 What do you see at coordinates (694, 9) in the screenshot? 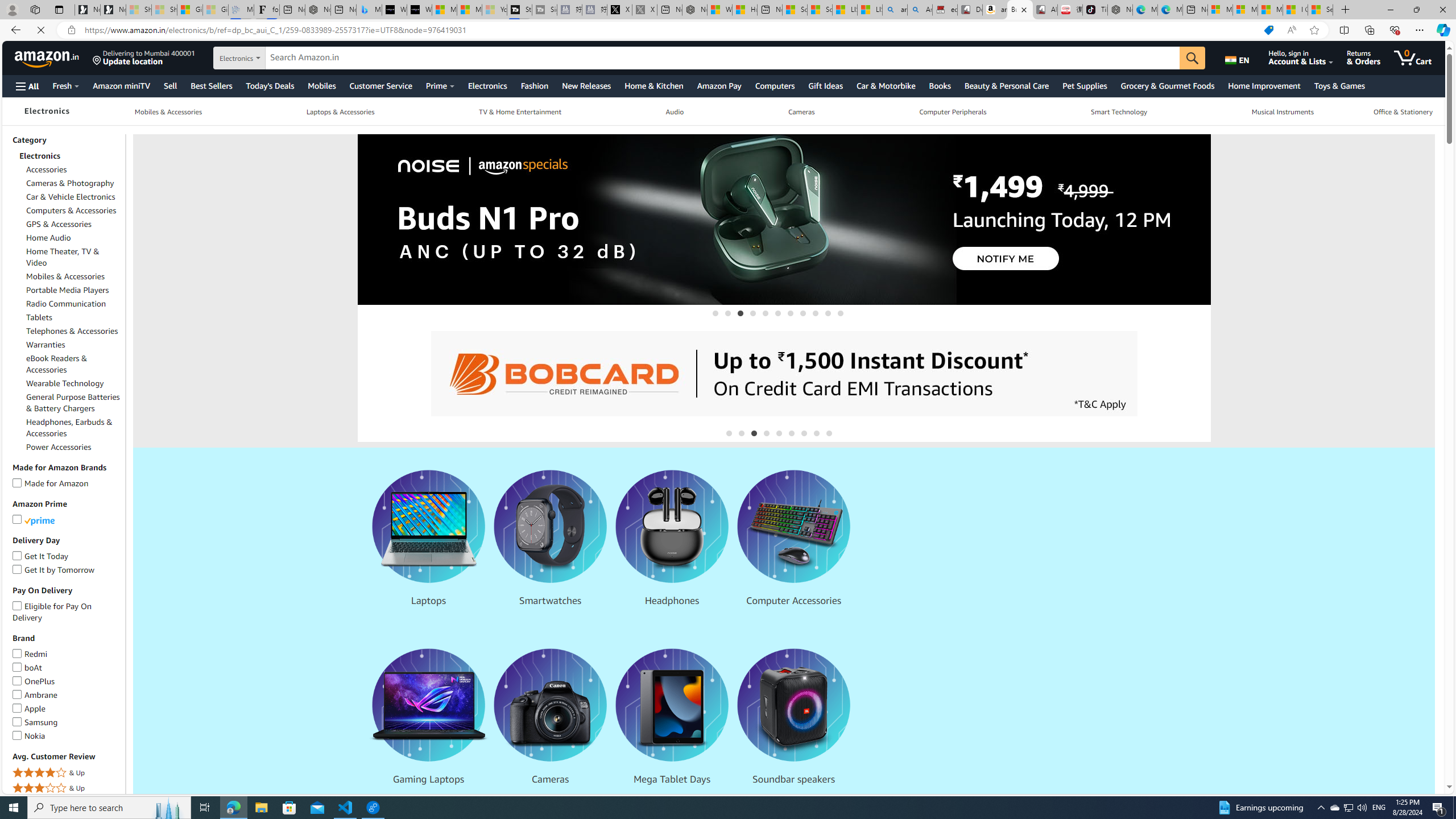
I see `'Nordace - My Account'` at bounding box center [694, 9].